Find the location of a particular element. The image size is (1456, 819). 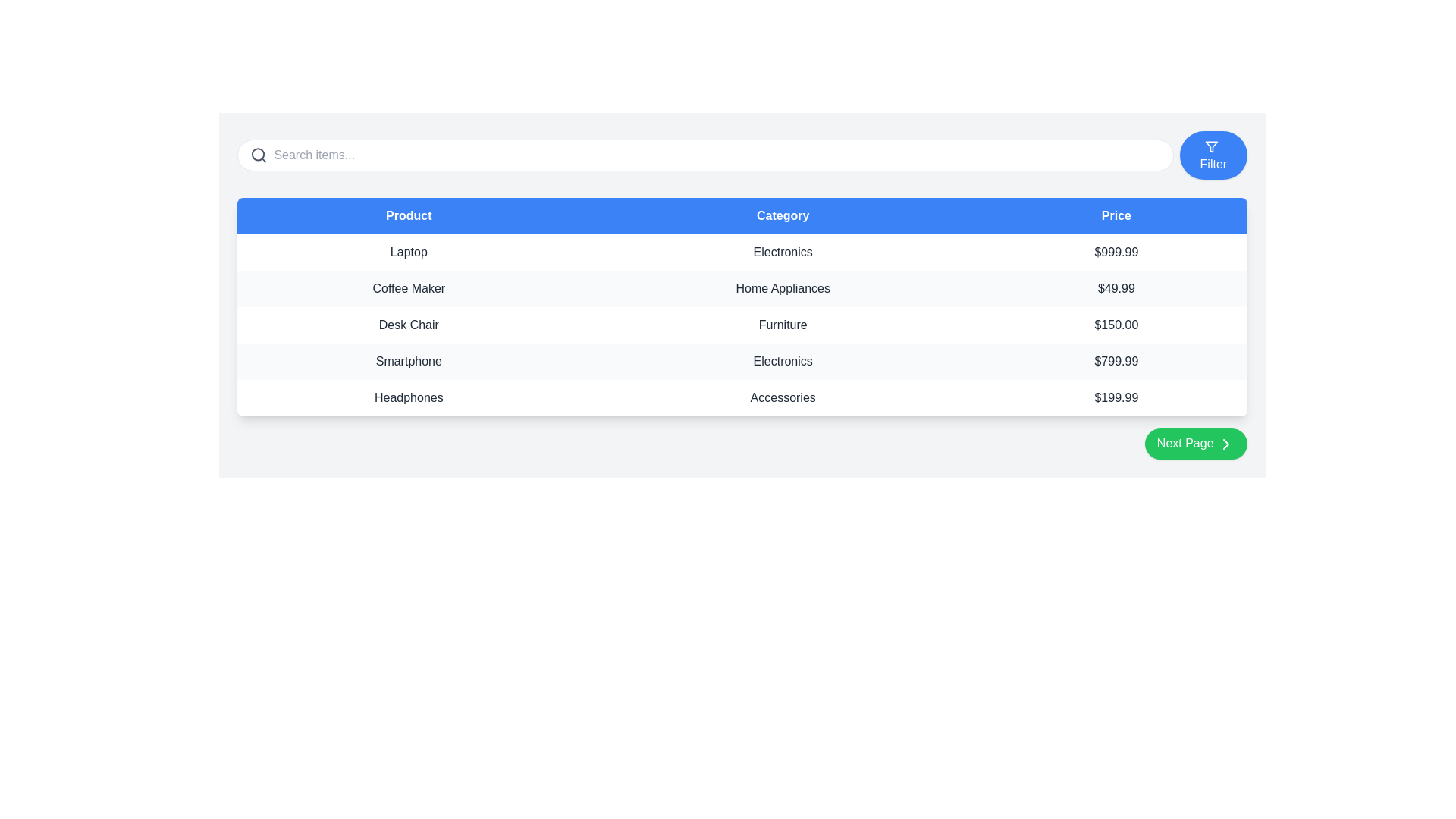

the fourth row of the product table, which contains the product name 'Smartphone', the category 'Electronics', and the price '$799.99' is located at coordinates (742, 362).